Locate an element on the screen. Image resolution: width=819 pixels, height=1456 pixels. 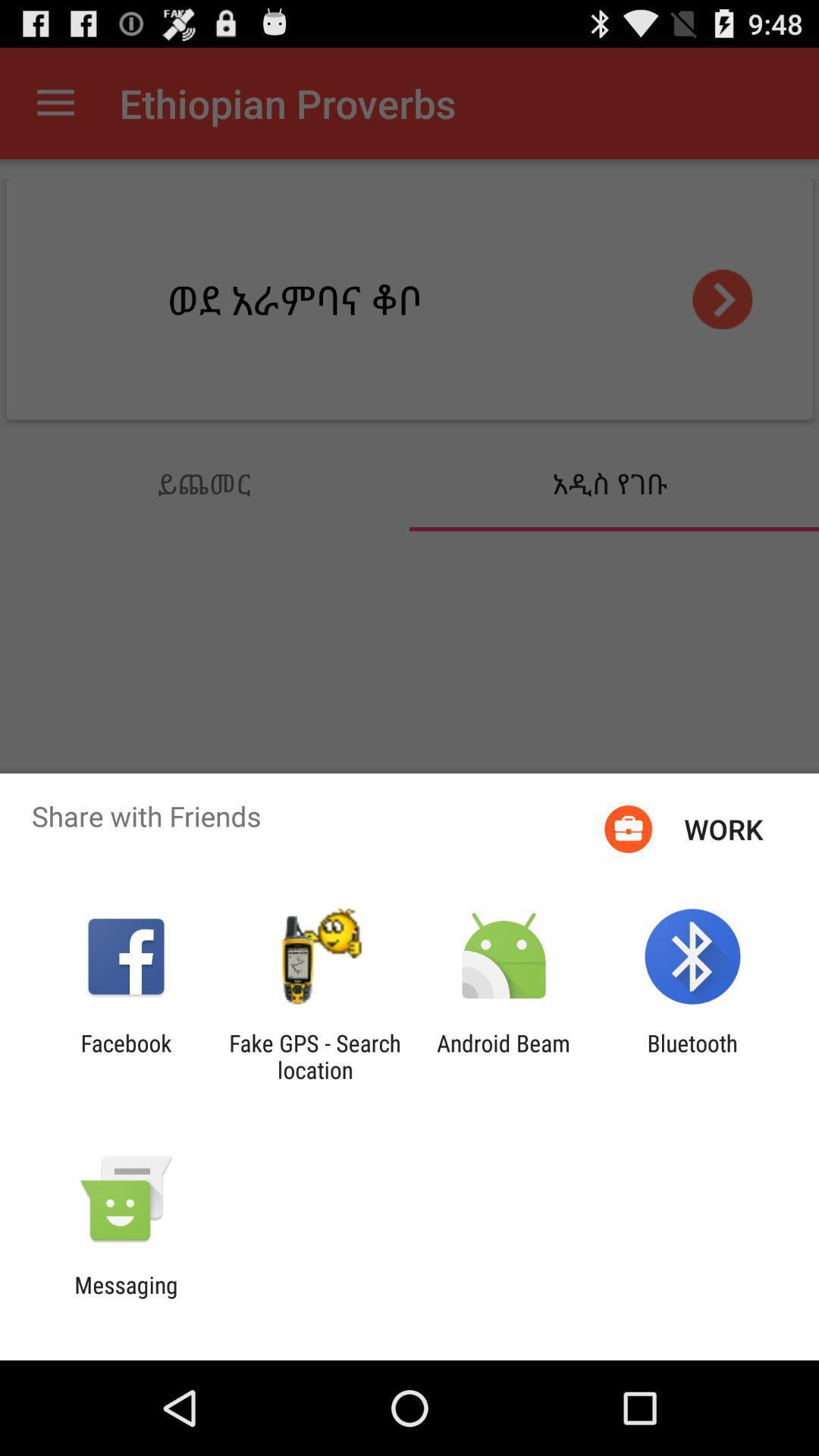
app at the bottom right corner is located at coordinates (692, 1056).